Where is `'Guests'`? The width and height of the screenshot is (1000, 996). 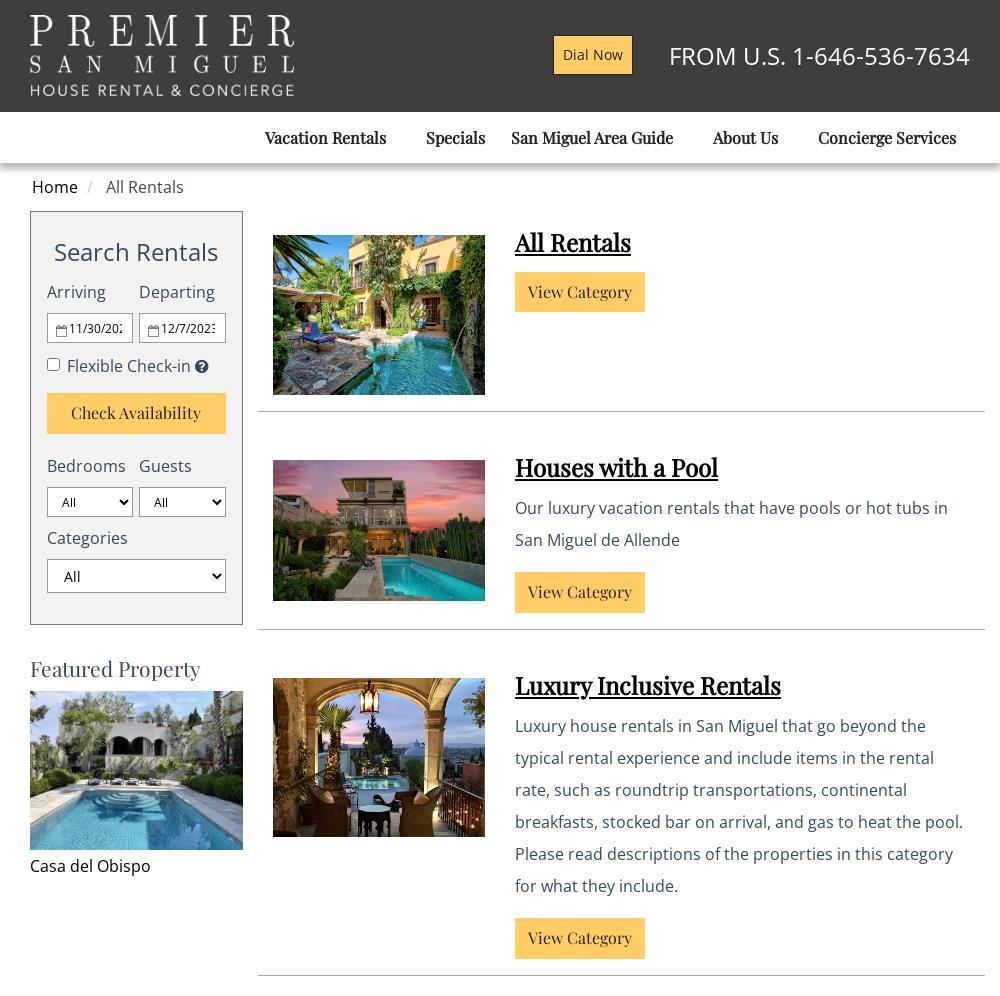
'Guests' is located at coordinates (139, 465).